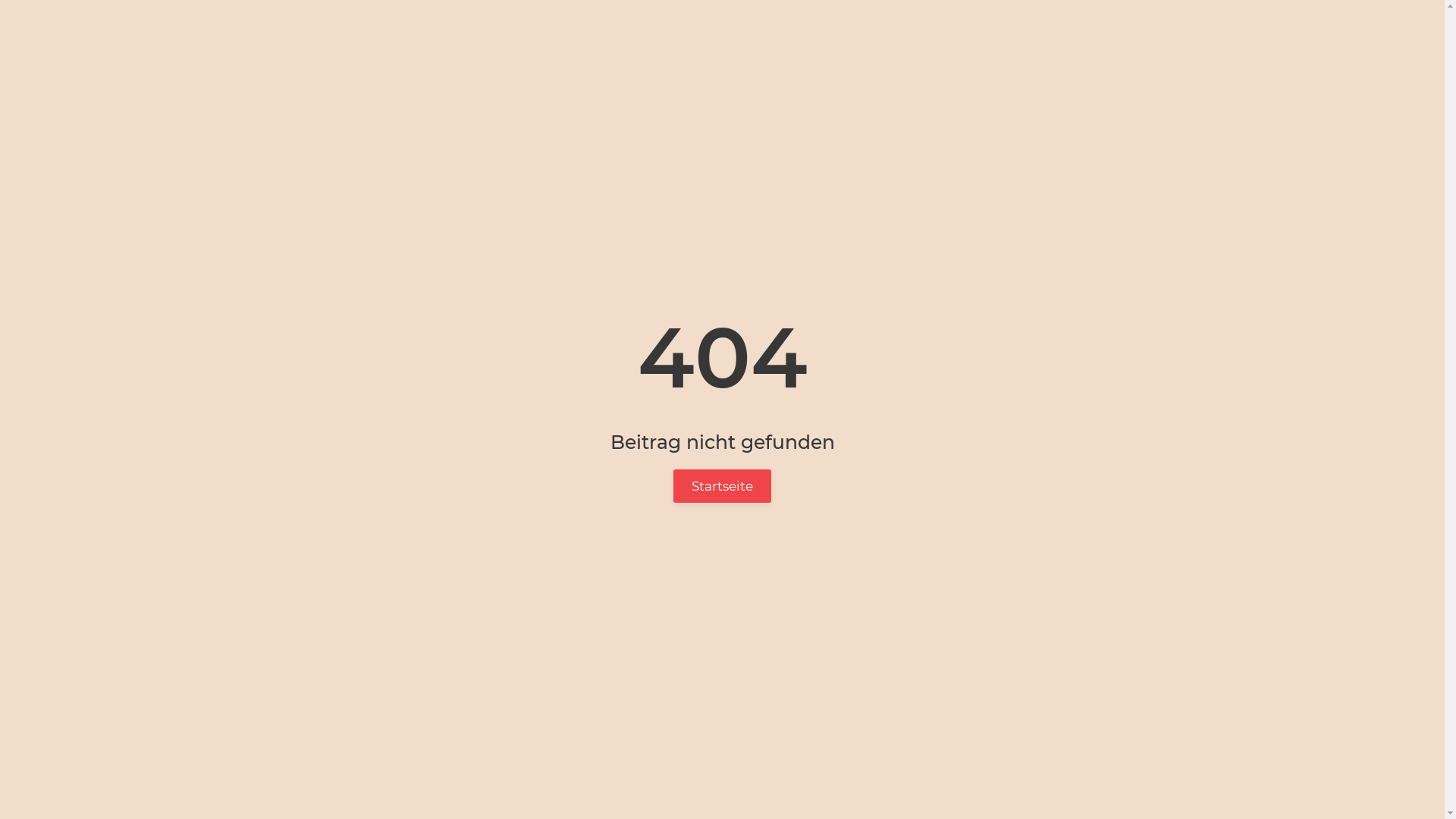 The height and width of the screenshot is (819, 1456). What do you see at coordinates (673, 485) in the screenshot?
I see `'Startseite'` at bounding box center [673, 485].